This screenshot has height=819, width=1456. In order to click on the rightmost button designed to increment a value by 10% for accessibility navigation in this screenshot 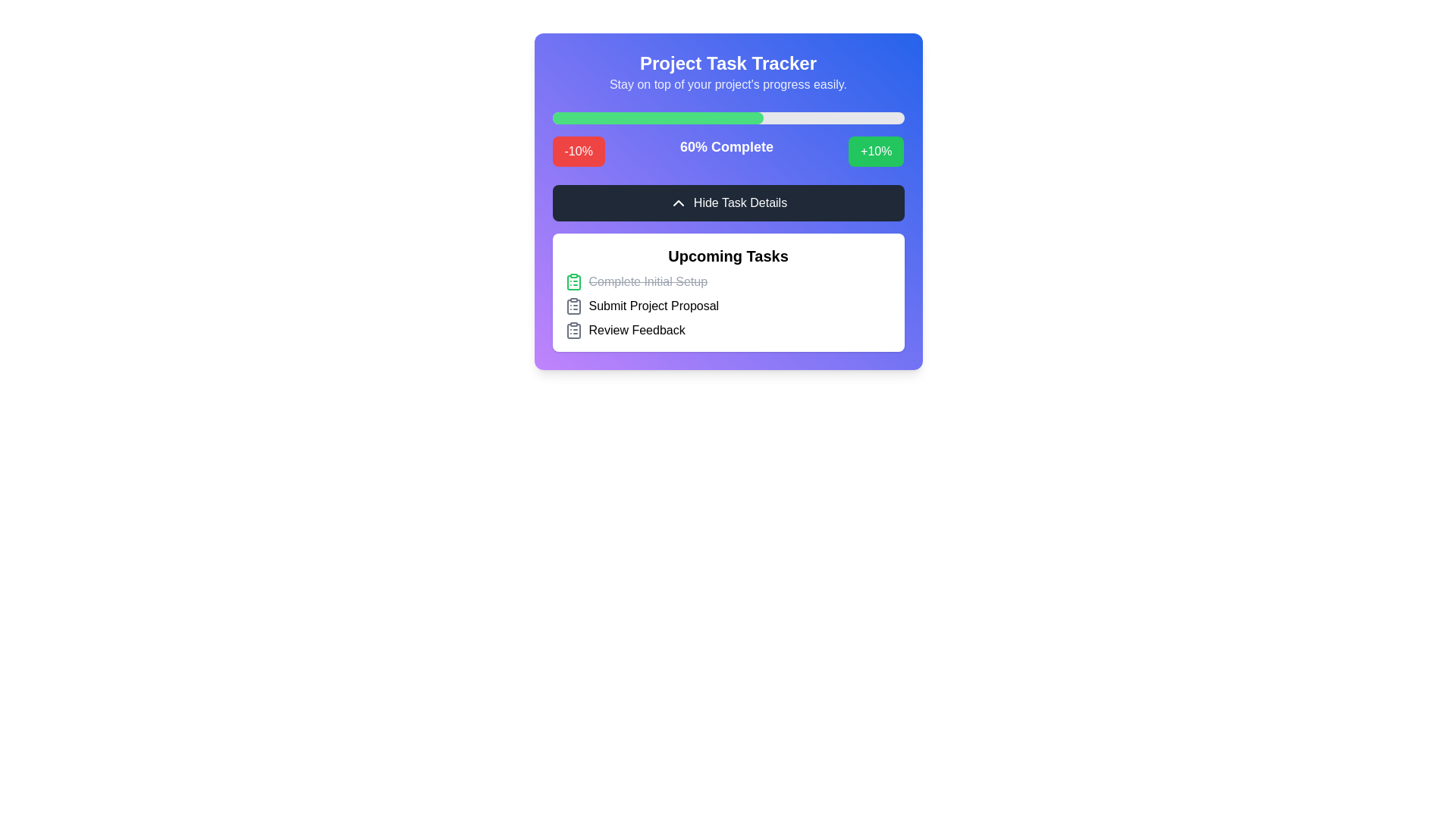, I will do `click(876, 152)`.